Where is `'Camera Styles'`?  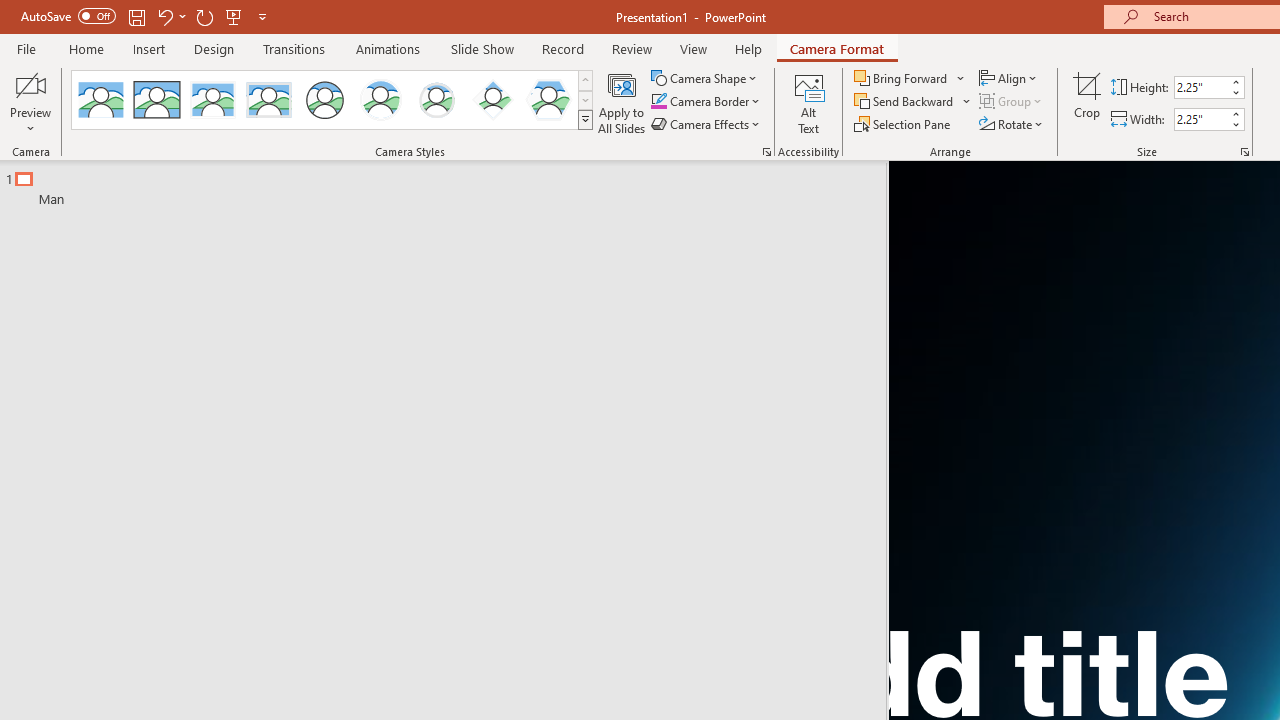
'Camera Styles' is located at coordinates (584, 120).